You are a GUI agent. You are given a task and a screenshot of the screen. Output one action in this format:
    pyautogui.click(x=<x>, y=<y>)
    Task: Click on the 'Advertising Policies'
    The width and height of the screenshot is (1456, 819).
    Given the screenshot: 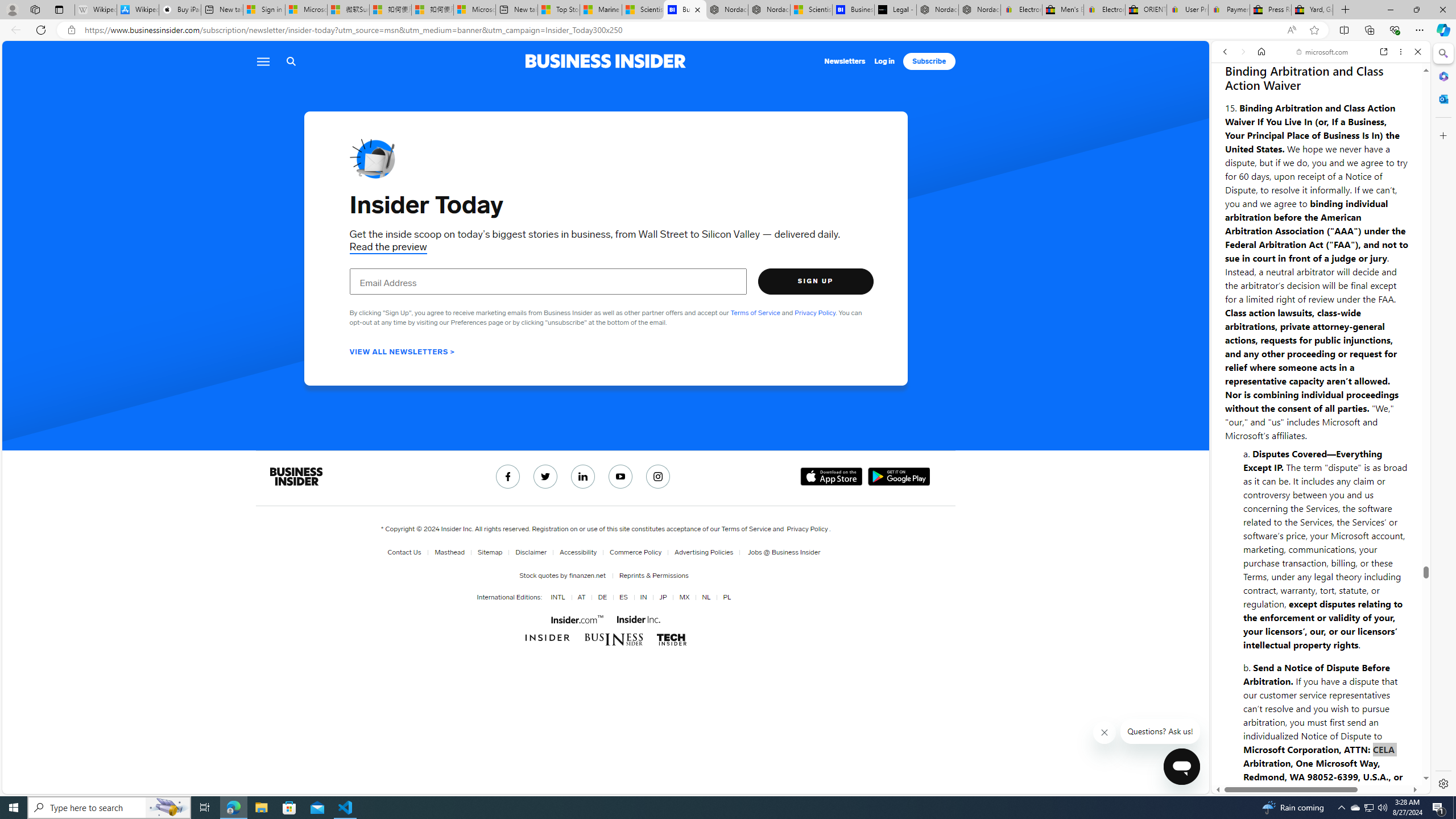 What is the action you would take?
    pyautogui.click(x=703, y=552)
    